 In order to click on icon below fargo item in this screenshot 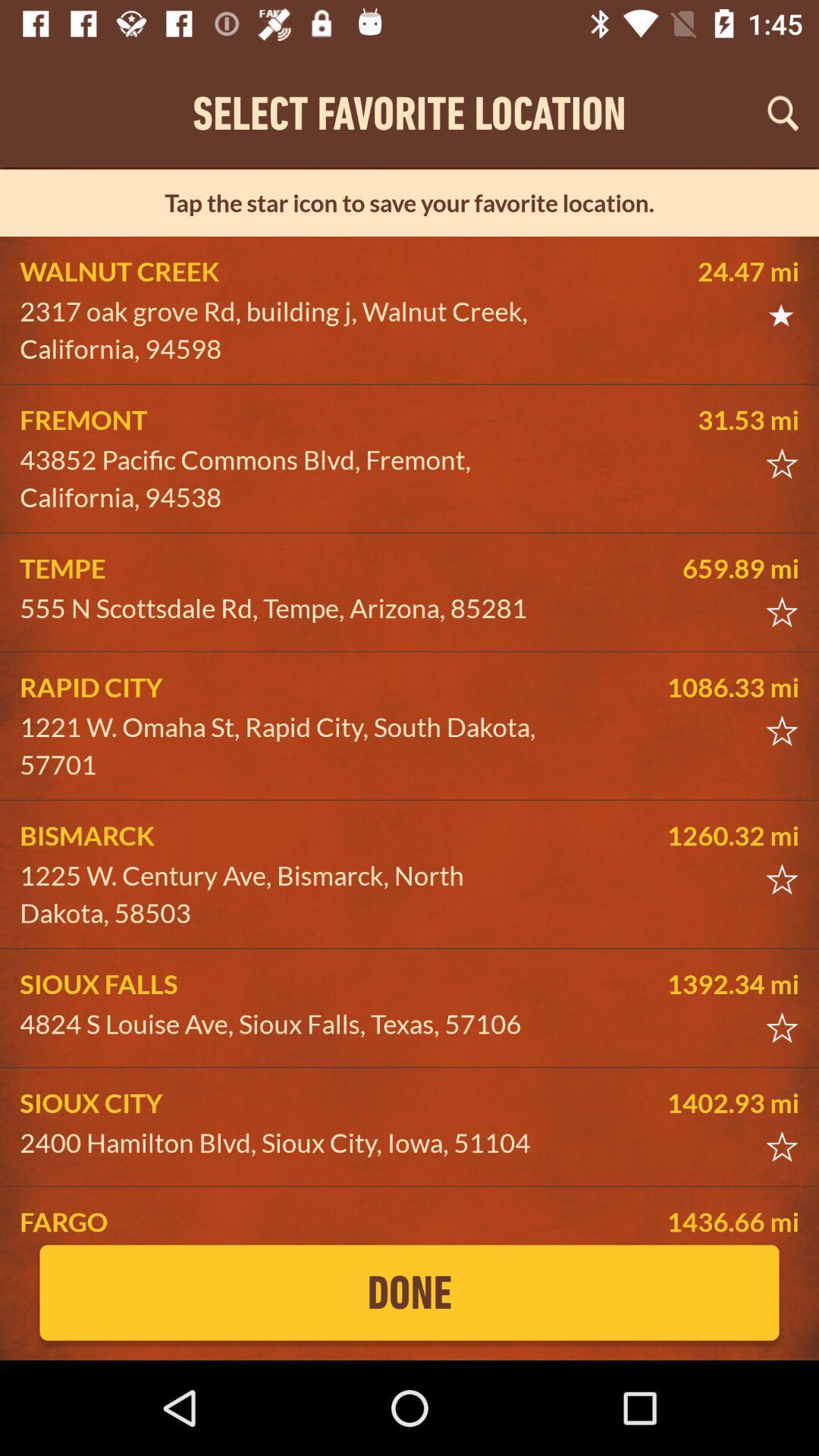, I will do `click(409, 1291)`.